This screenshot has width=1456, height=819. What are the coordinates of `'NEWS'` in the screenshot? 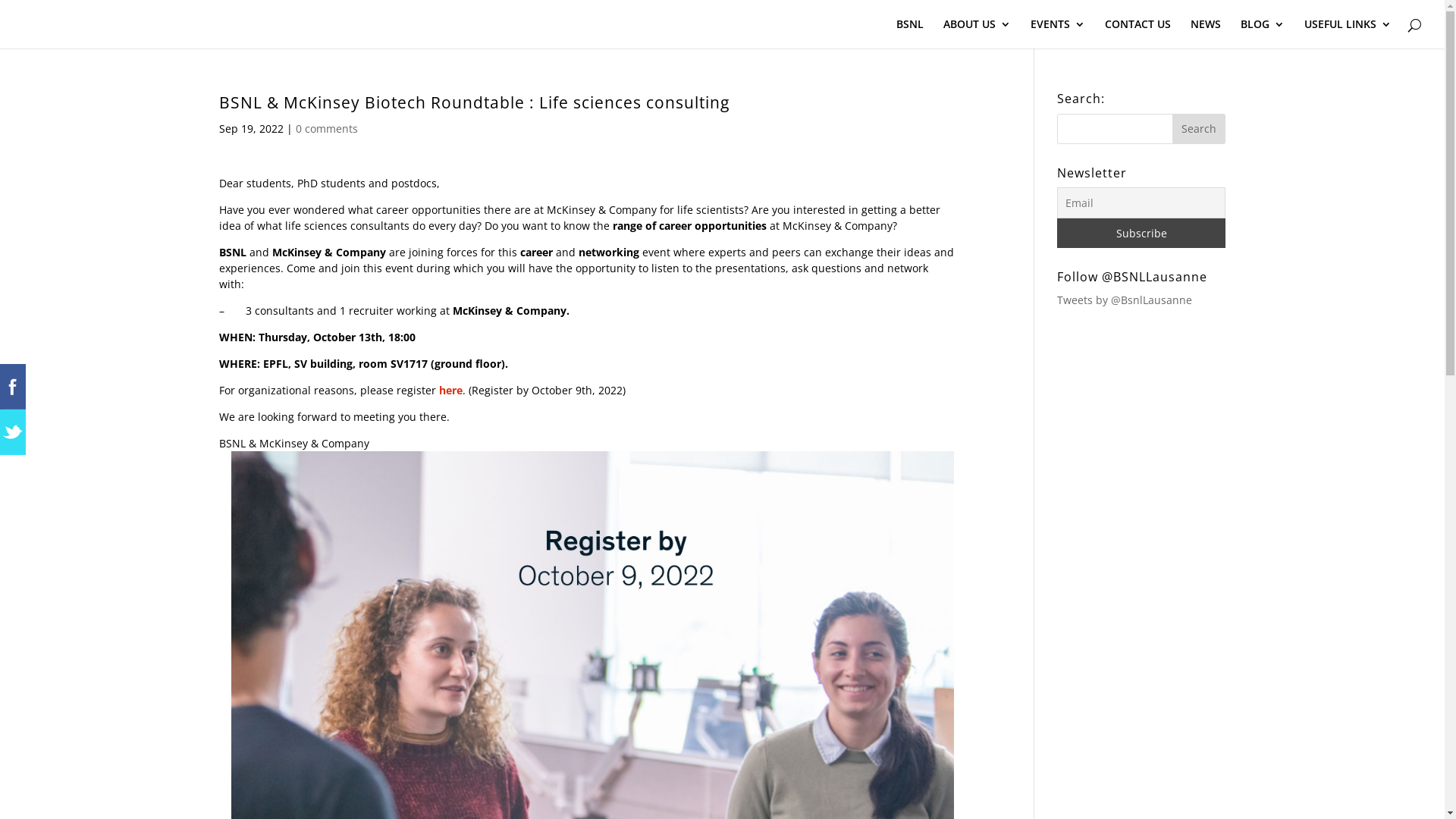 It's located at (1204, 33).